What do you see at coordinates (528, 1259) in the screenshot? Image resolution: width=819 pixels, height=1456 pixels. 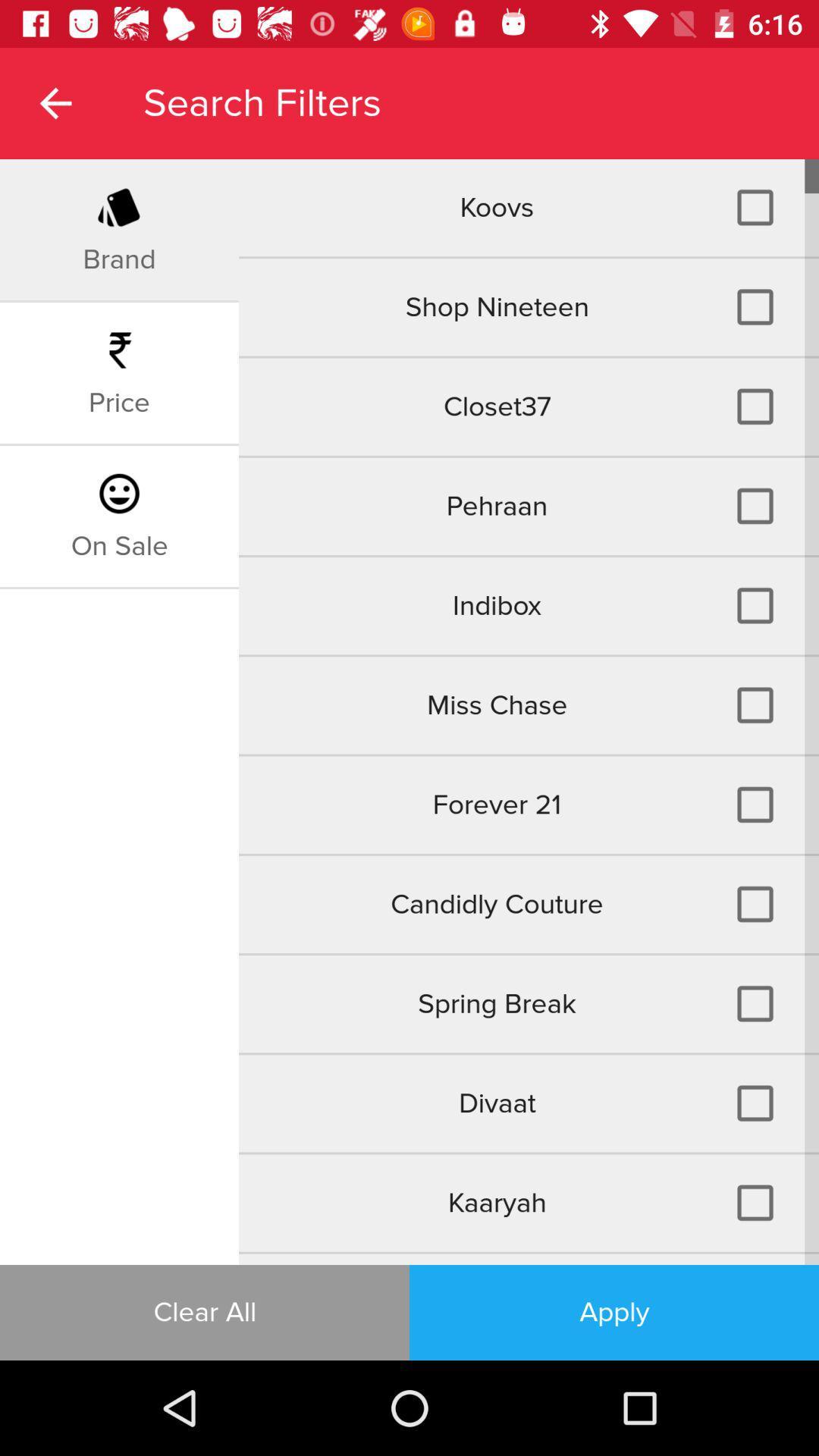 I see `item below kaaryah item` at bounding box center [528, 1259].